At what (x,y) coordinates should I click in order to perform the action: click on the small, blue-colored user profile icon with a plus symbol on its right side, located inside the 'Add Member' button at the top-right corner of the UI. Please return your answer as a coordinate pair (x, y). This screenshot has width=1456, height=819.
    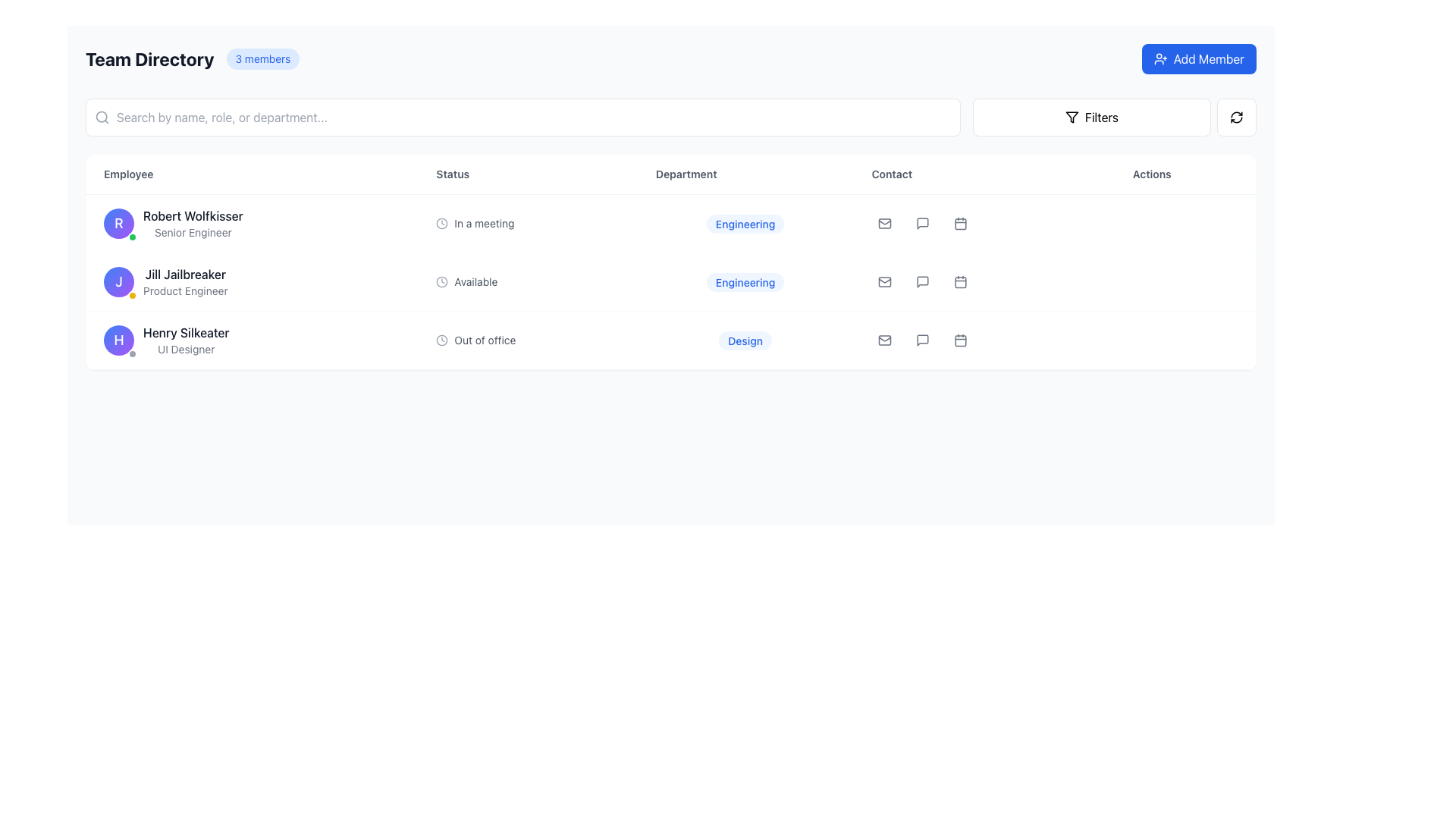
    Looking at the image, I should click on (1159, 58).